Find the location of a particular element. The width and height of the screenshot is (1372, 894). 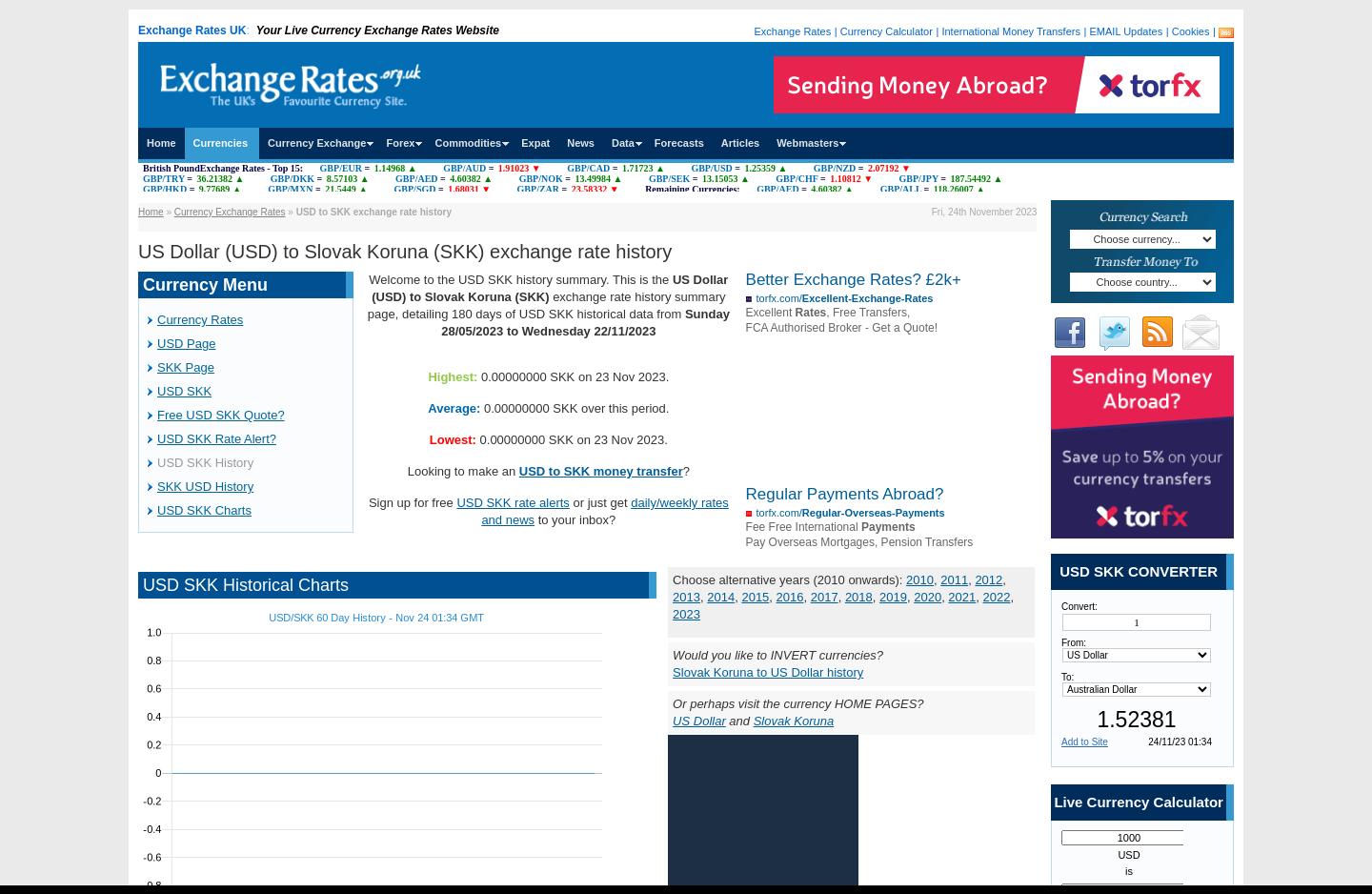

'2020' is located at coordinates (926, 597).